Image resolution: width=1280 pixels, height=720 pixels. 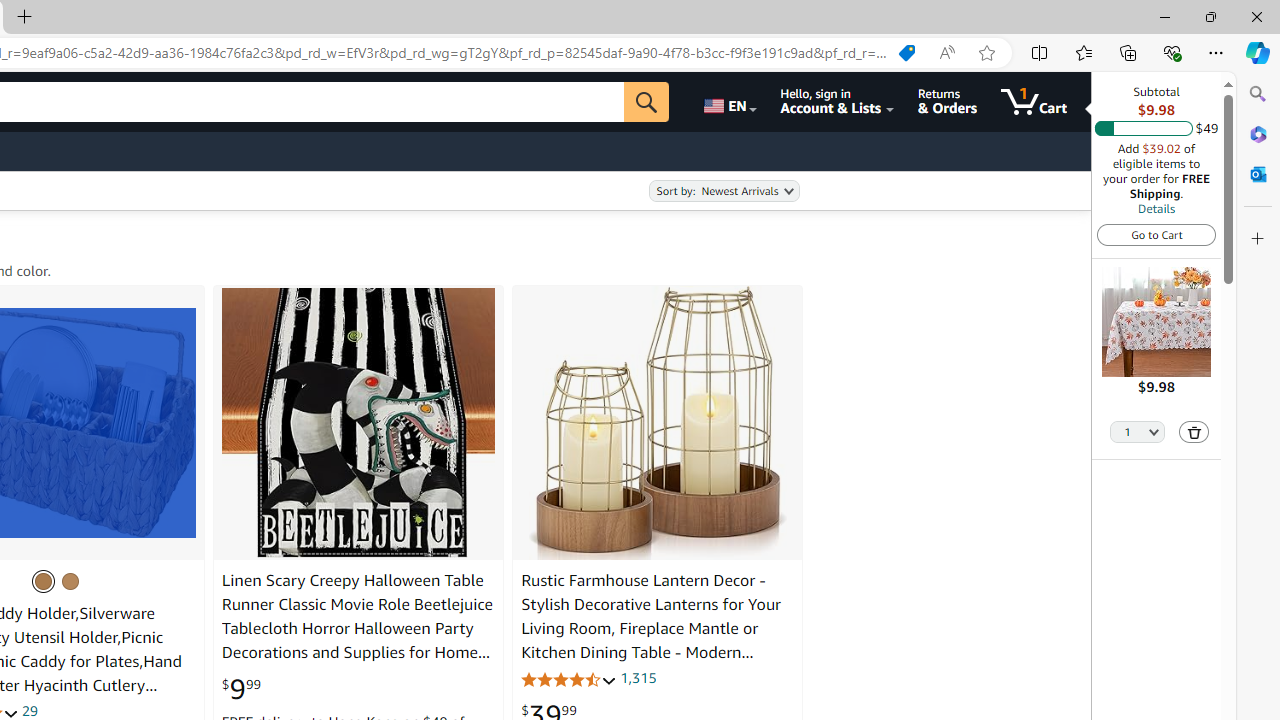 I want to click on 'Go', so click(x=647, y=101).